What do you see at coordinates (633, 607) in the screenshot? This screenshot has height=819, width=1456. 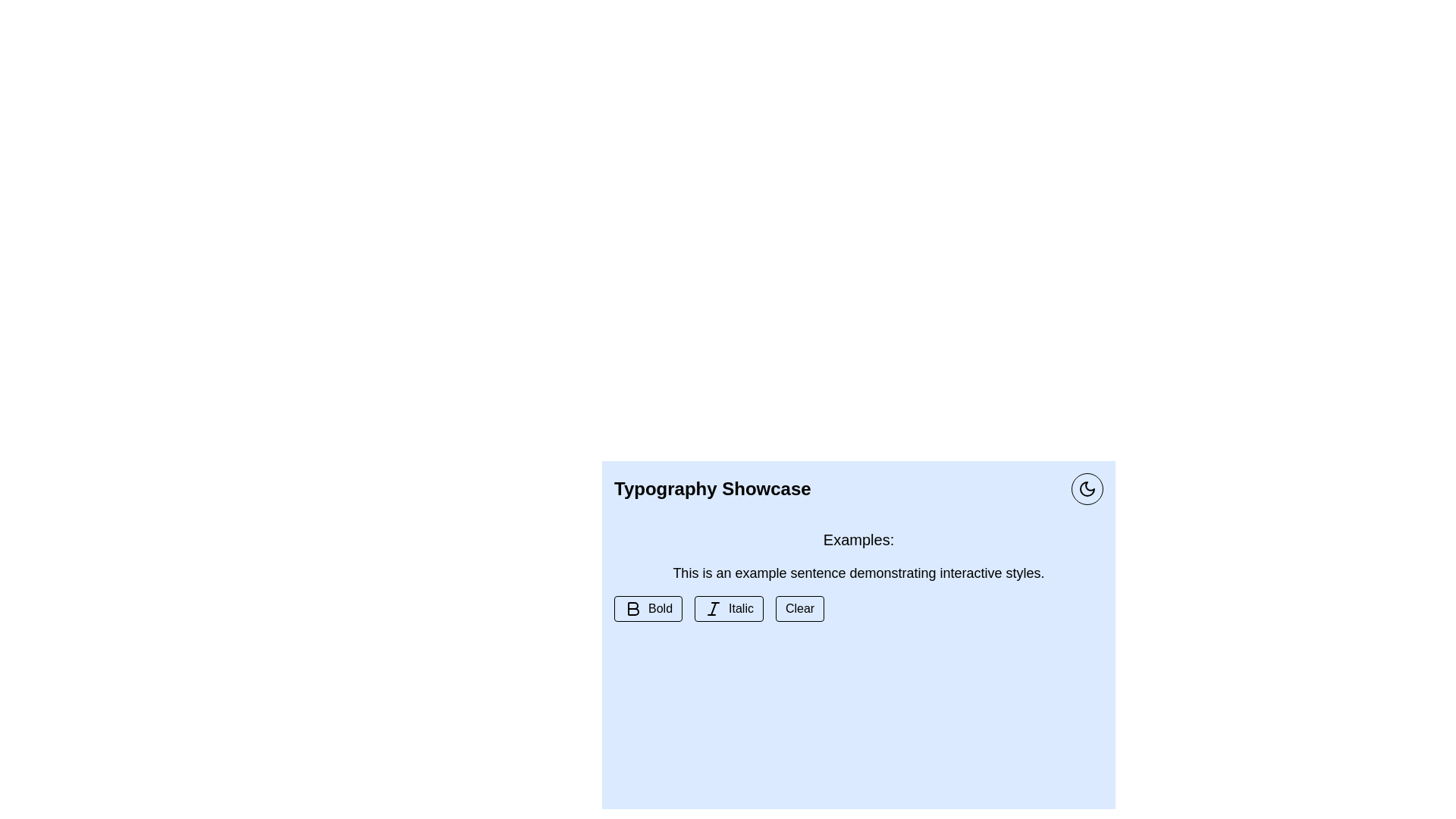 I see `the button containing the bold 'B' SVG icon to apply bold styling` at bounding box center [633, 607].